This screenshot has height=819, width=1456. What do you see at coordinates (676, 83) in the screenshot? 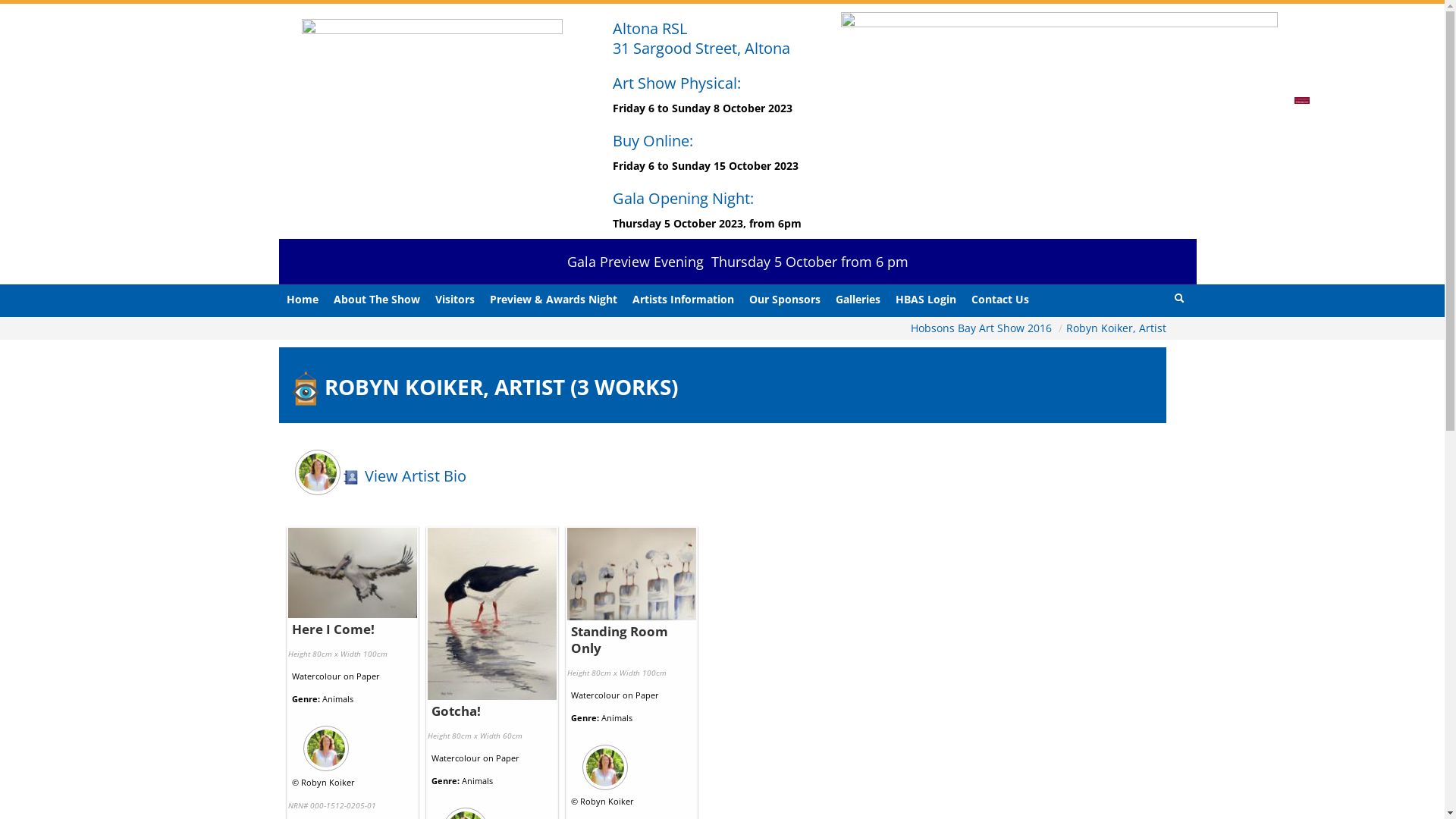
I see `'Art Show Physical:'` at bounding box center [676, 83].